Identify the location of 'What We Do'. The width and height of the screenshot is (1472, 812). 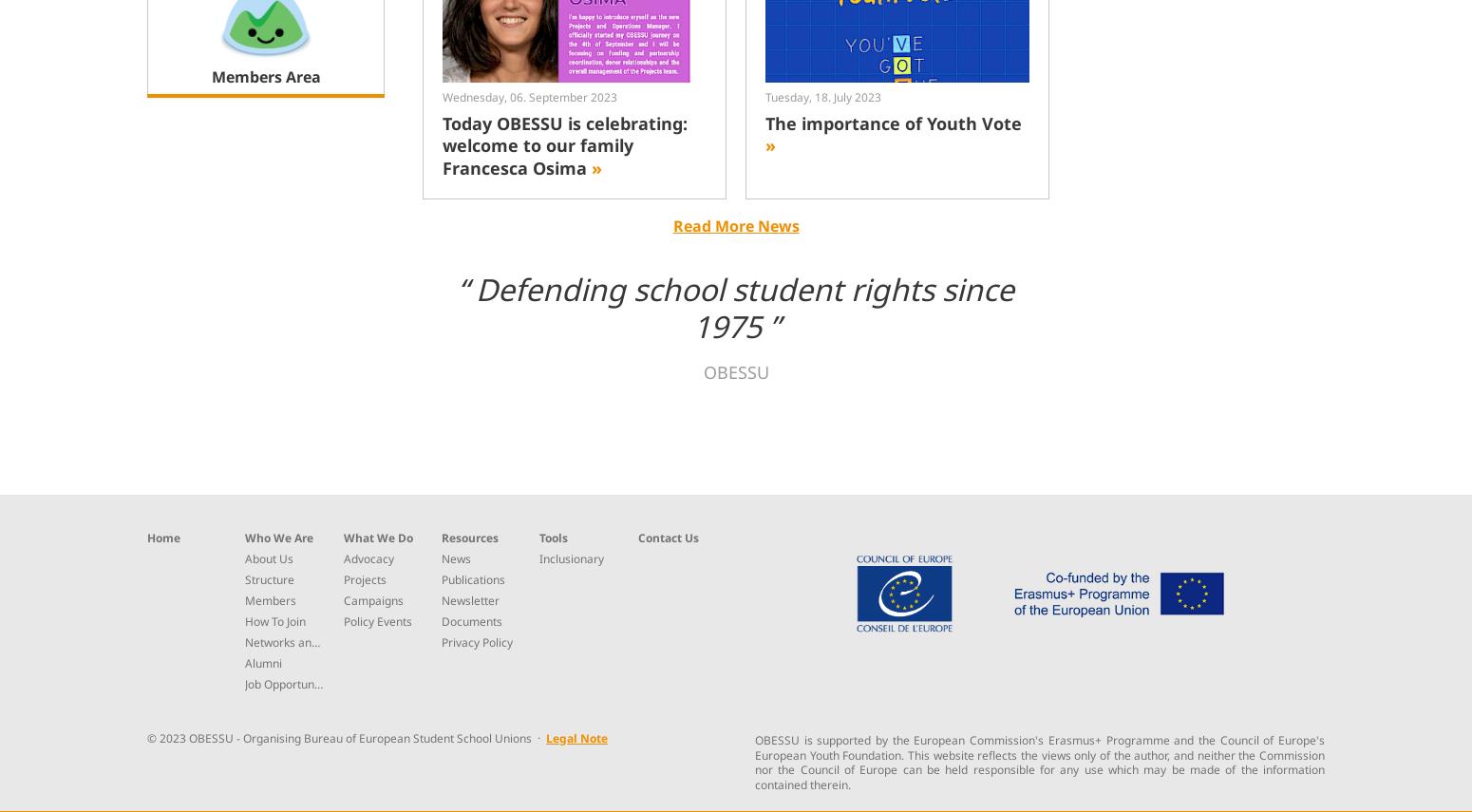
(377, 536).